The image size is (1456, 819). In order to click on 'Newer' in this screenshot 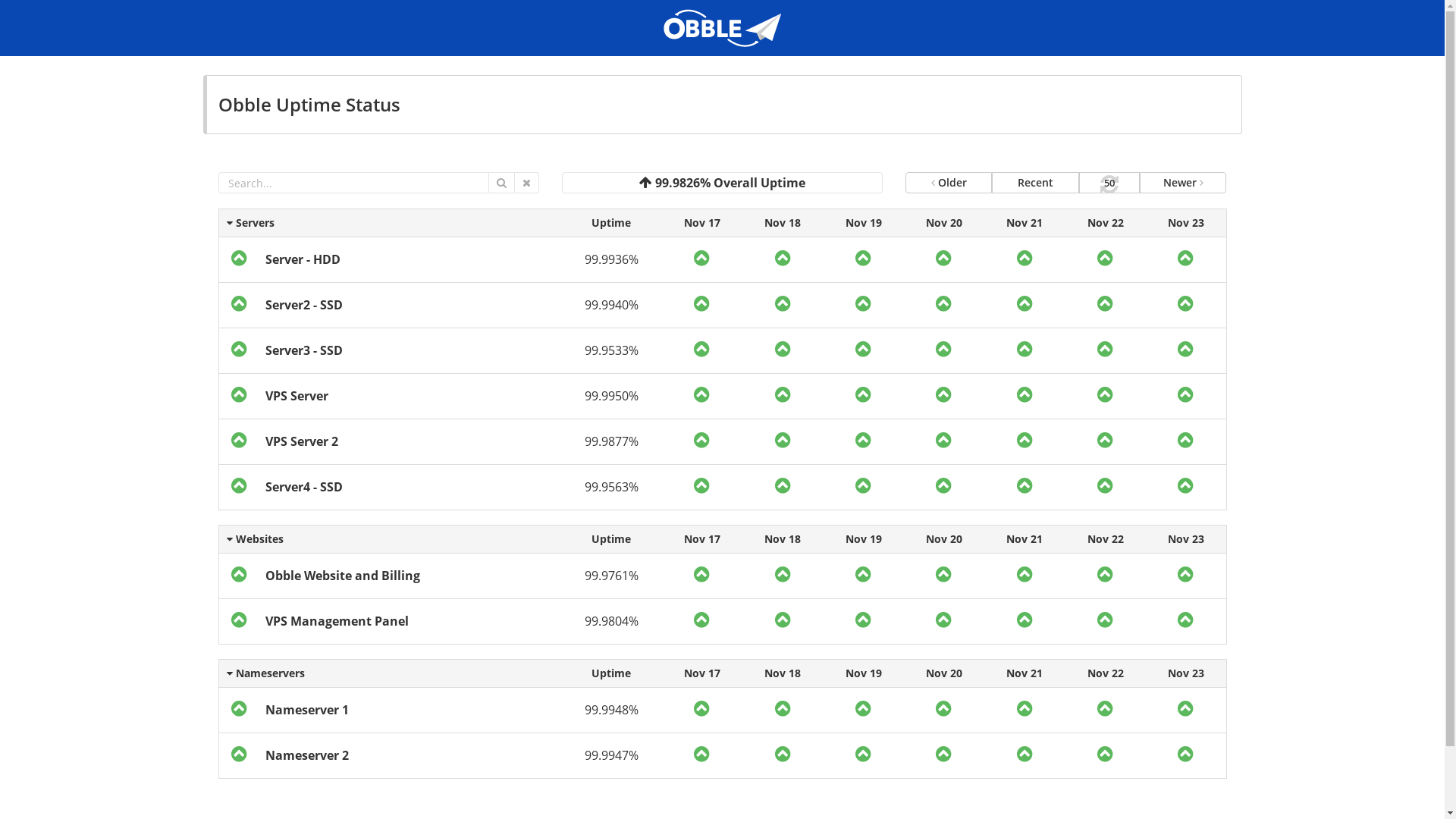, I will do `click(1182, 181)`.